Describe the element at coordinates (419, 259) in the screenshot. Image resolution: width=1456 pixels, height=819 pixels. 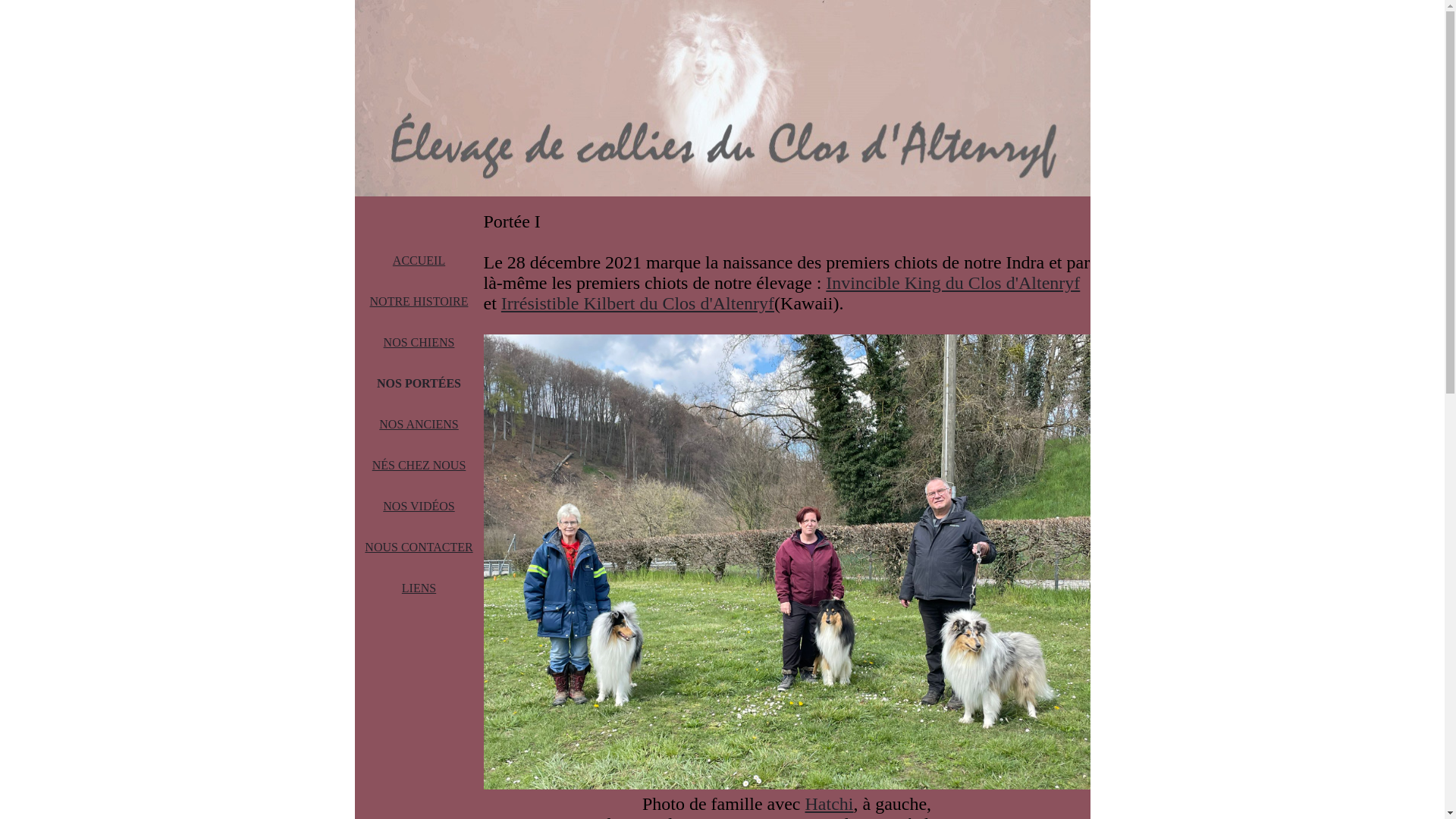
I see `'ACCUEIL'` at that location.